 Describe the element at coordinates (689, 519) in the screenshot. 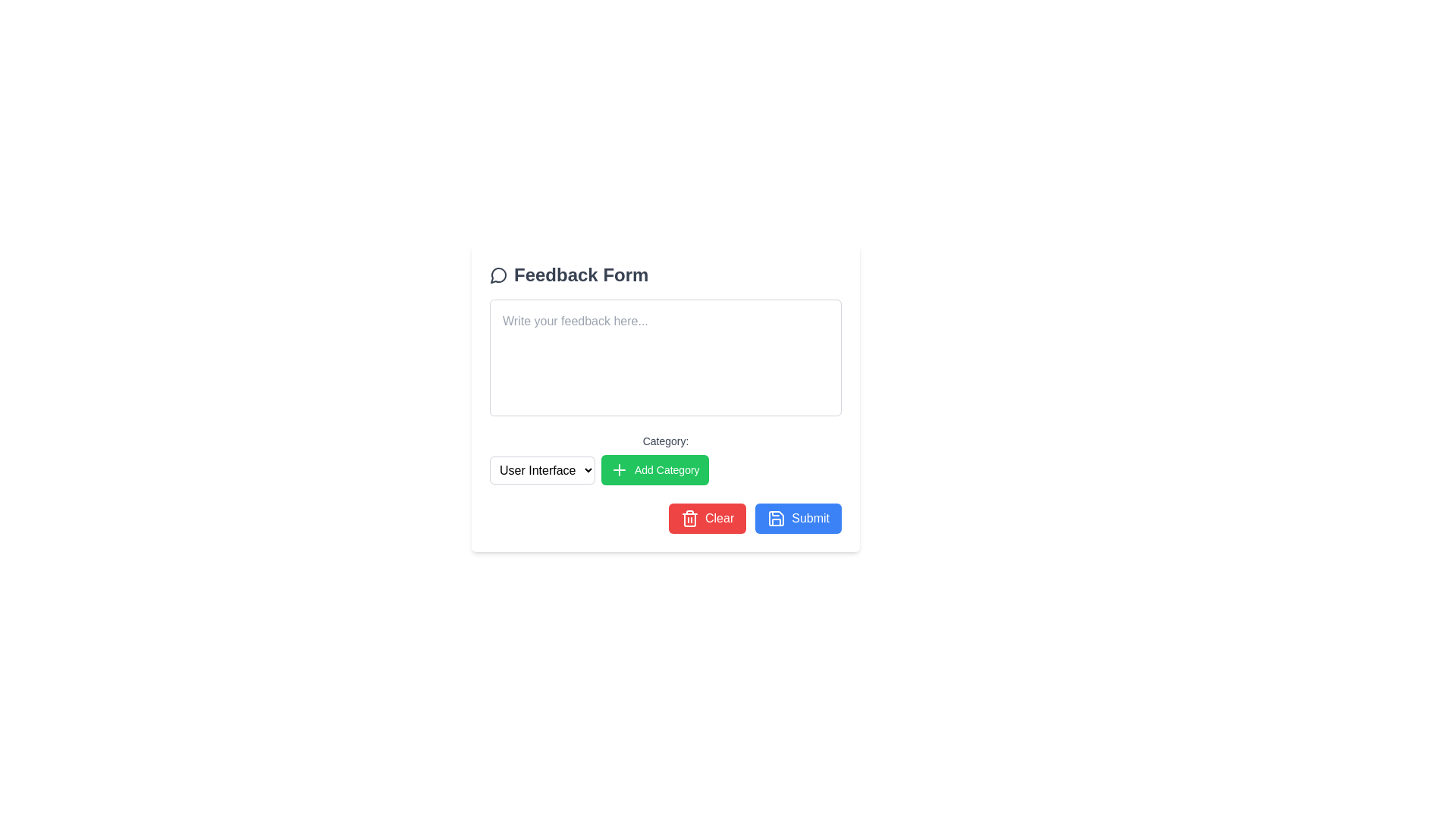

I see `the trash icon vector graphic within the red 'Clear' button to trigger its associated action for resetting or deleting entries` at that location.